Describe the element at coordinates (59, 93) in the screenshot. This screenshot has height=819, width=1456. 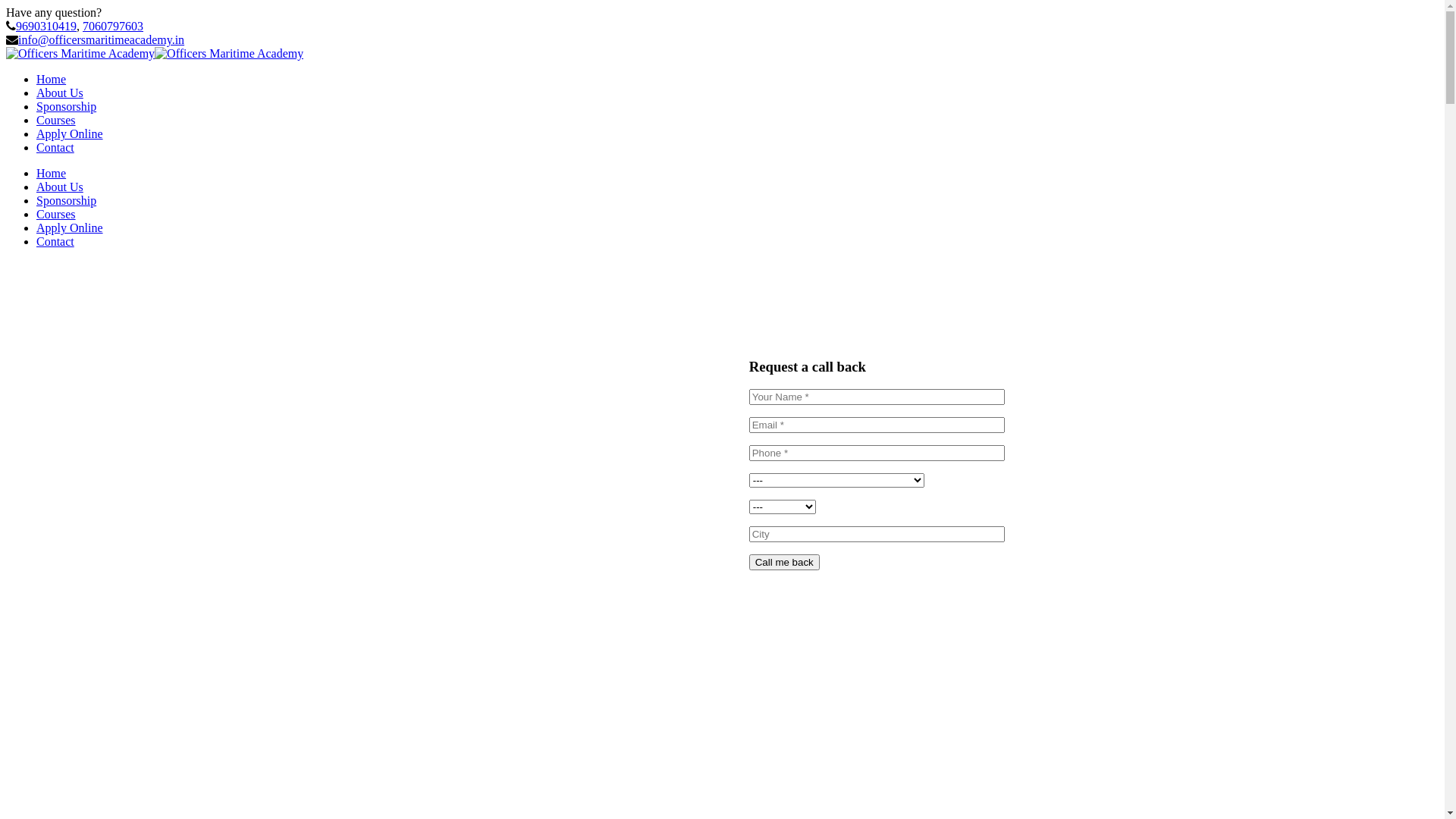
I see `'About Us'` at that location.